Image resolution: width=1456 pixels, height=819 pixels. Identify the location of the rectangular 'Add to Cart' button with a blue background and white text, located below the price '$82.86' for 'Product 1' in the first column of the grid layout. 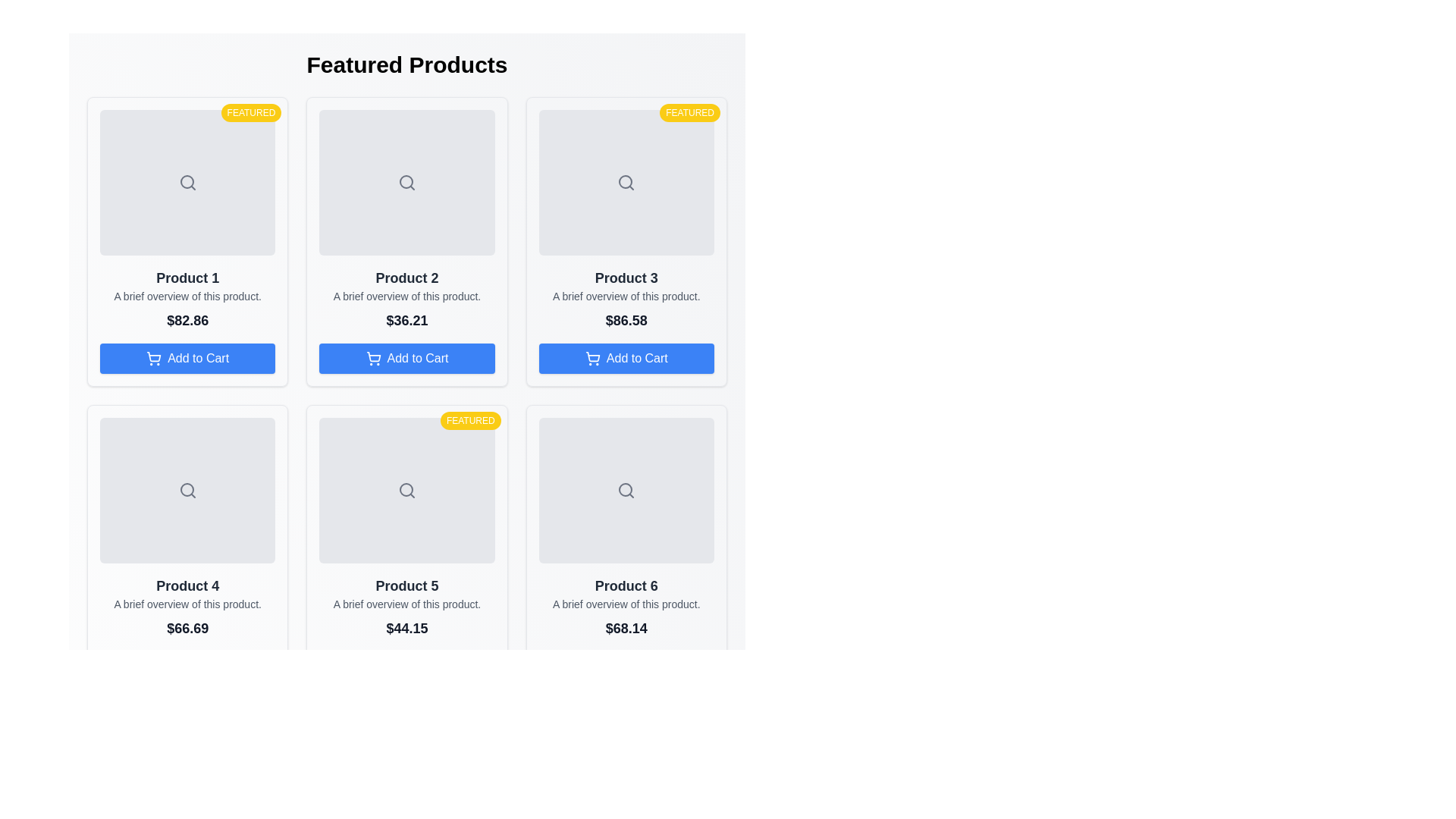
(187, 359).